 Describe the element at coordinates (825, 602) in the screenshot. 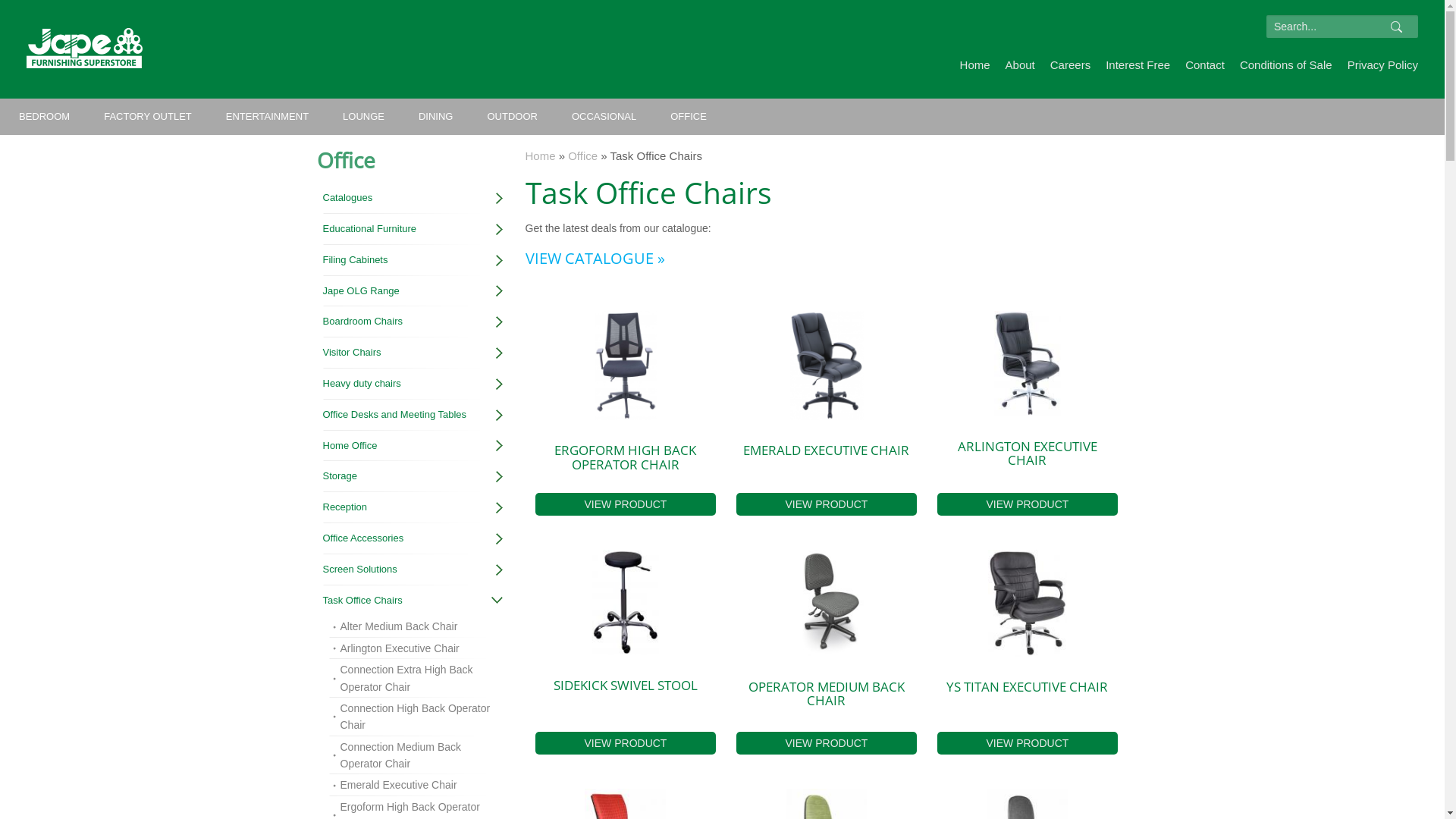

I see `'Operator Medium Back Chair'` at that location.